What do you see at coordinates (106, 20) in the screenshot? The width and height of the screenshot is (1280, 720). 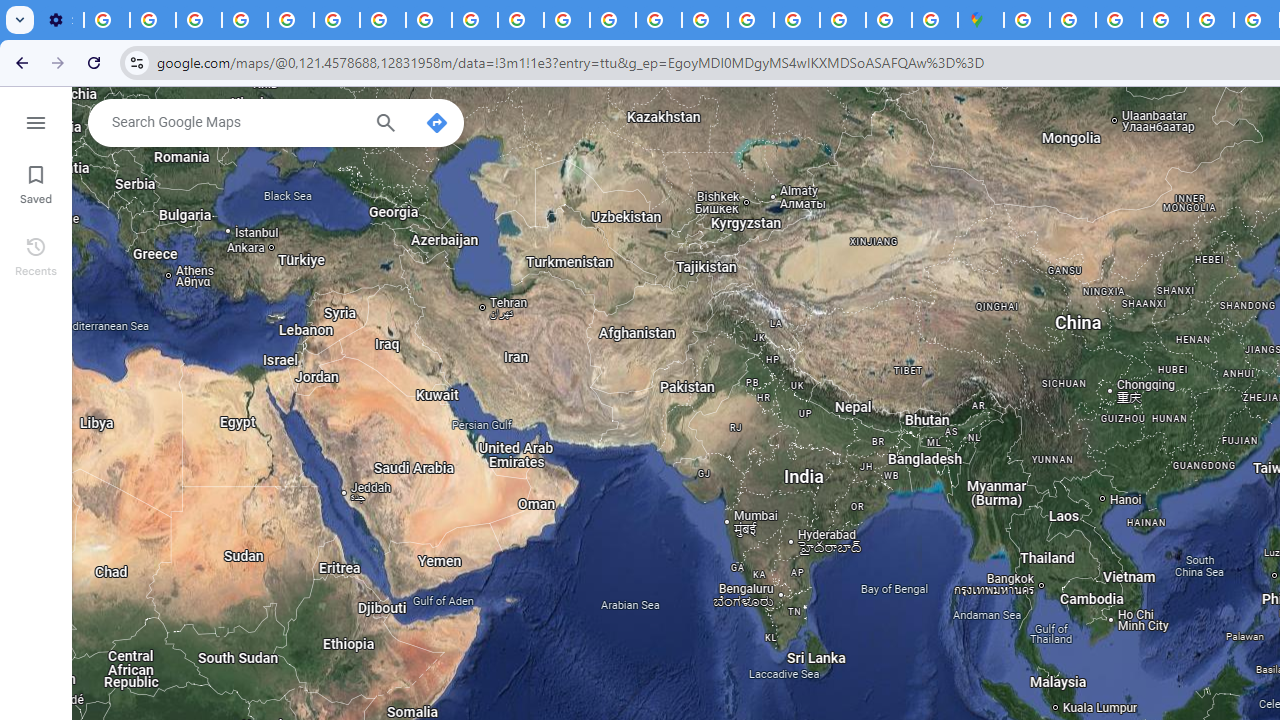 I see `'Delete photos & videos - Computer - Google Photos Help'` at bounding box center [106, 20].